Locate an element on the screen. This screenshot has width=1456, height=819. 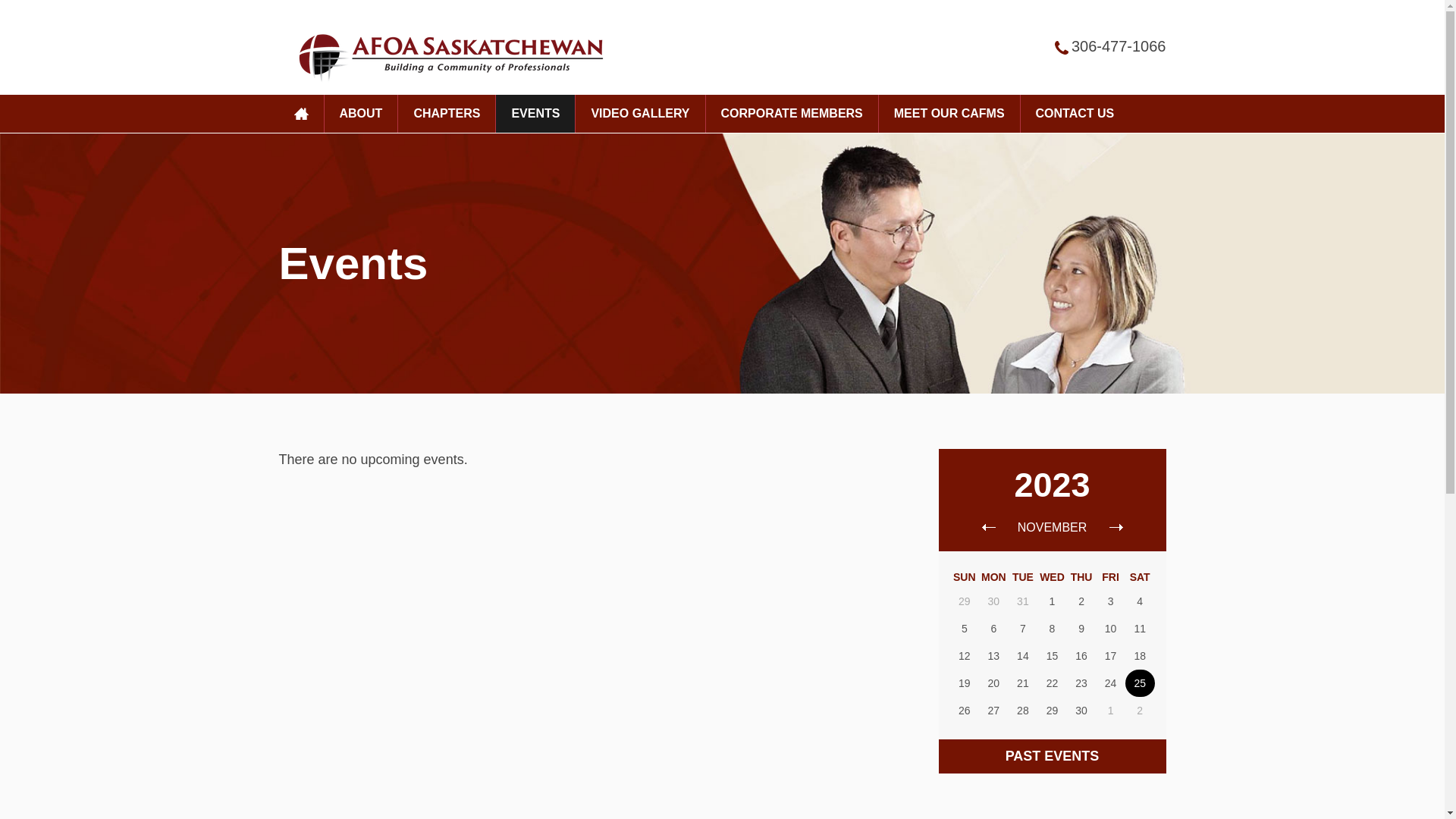
'EVENTS' is located at coordinates (535, 113).